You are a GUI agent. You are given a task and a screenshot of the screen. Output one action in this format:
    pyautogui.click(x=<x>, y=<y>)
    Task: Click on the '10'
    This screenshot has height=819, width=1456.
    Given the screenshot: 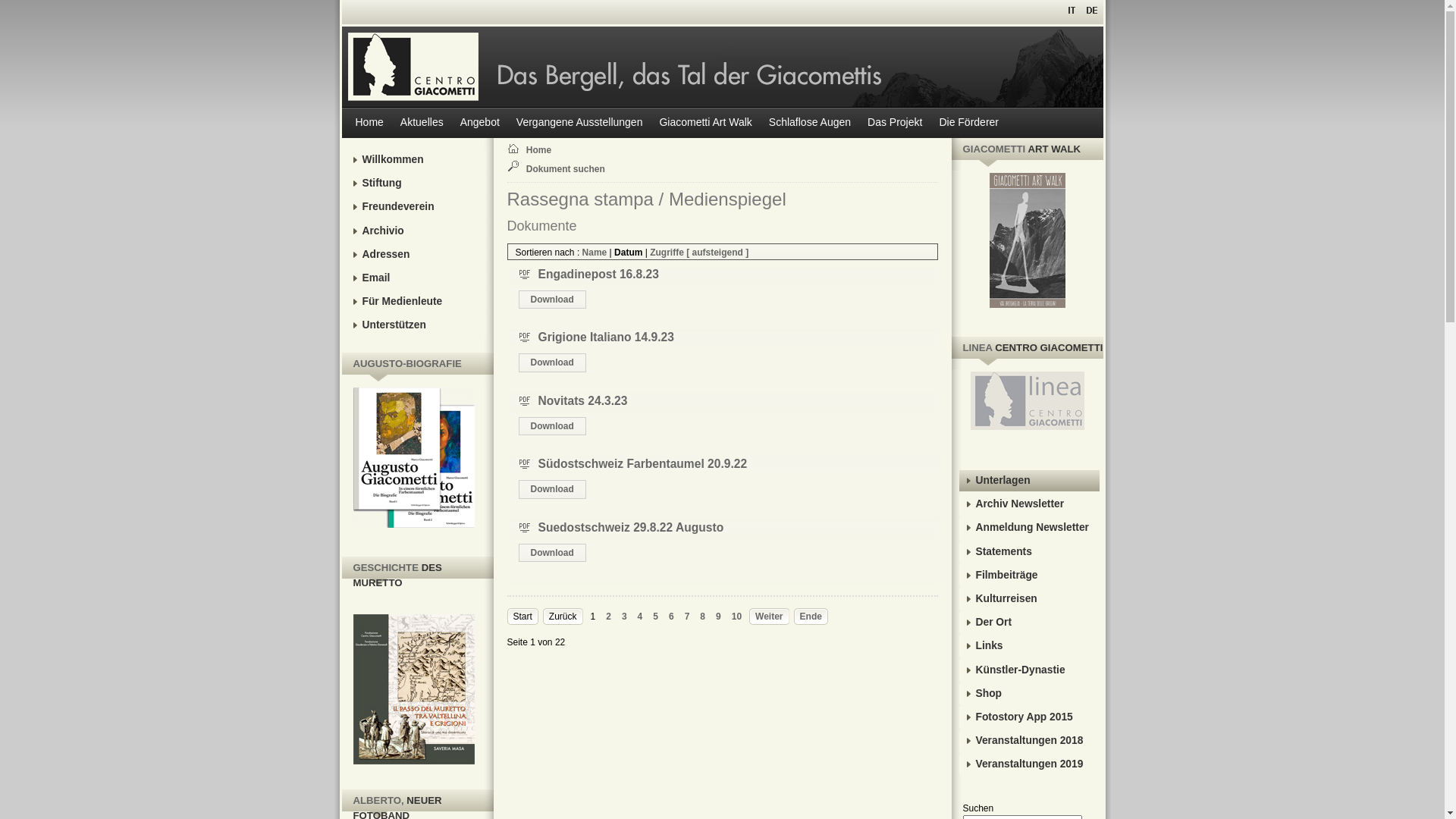 What is the action you would take?
    pyautogui.click(x=736, y=617)
    